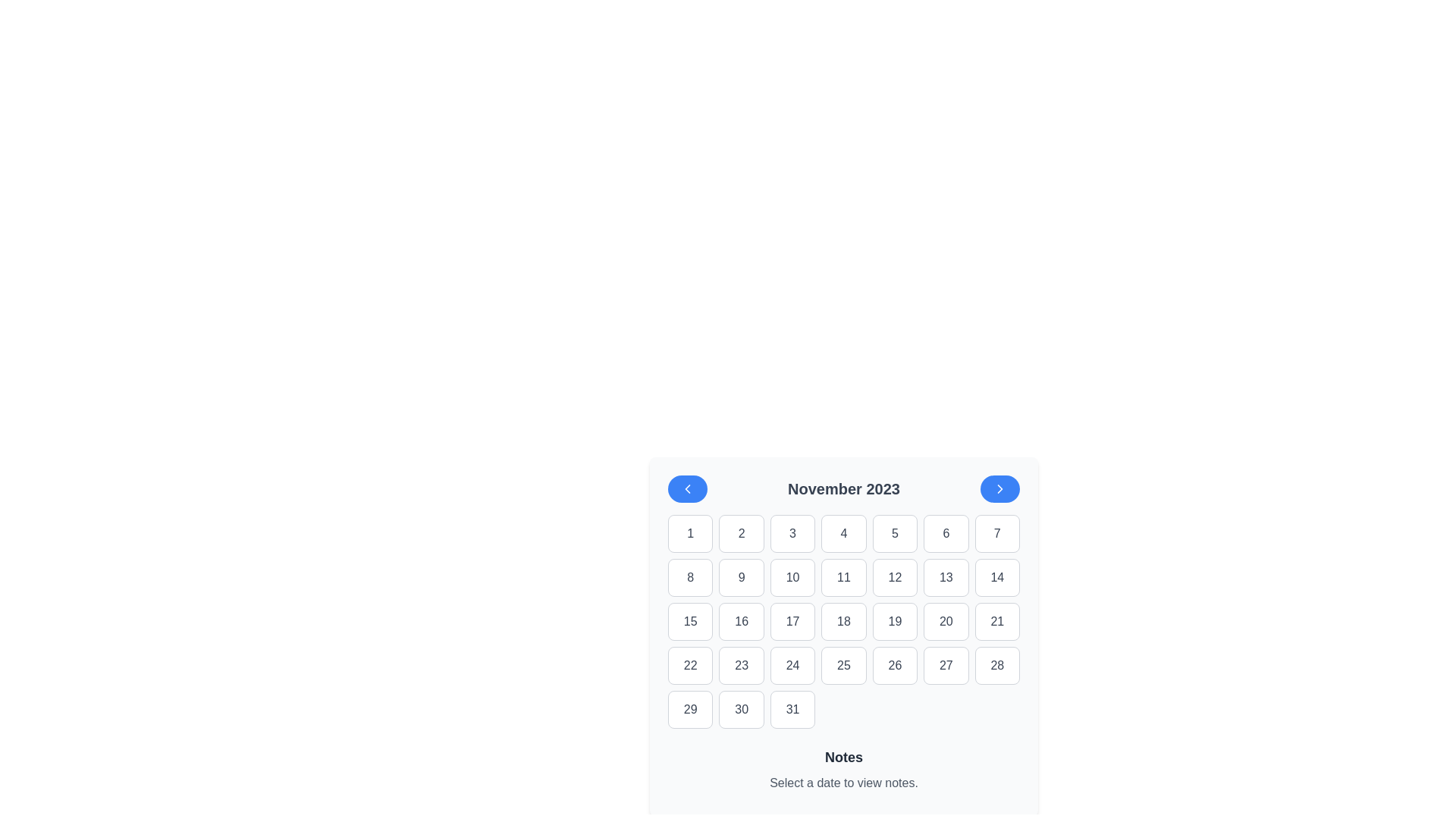  What do you see at coordinates (843, 488) in the screenshot?
I see `text content of the central label displaying 'November 2023', which is located between two interactive arrow buttons in a calendar widget` at bounding box center [843, 488].